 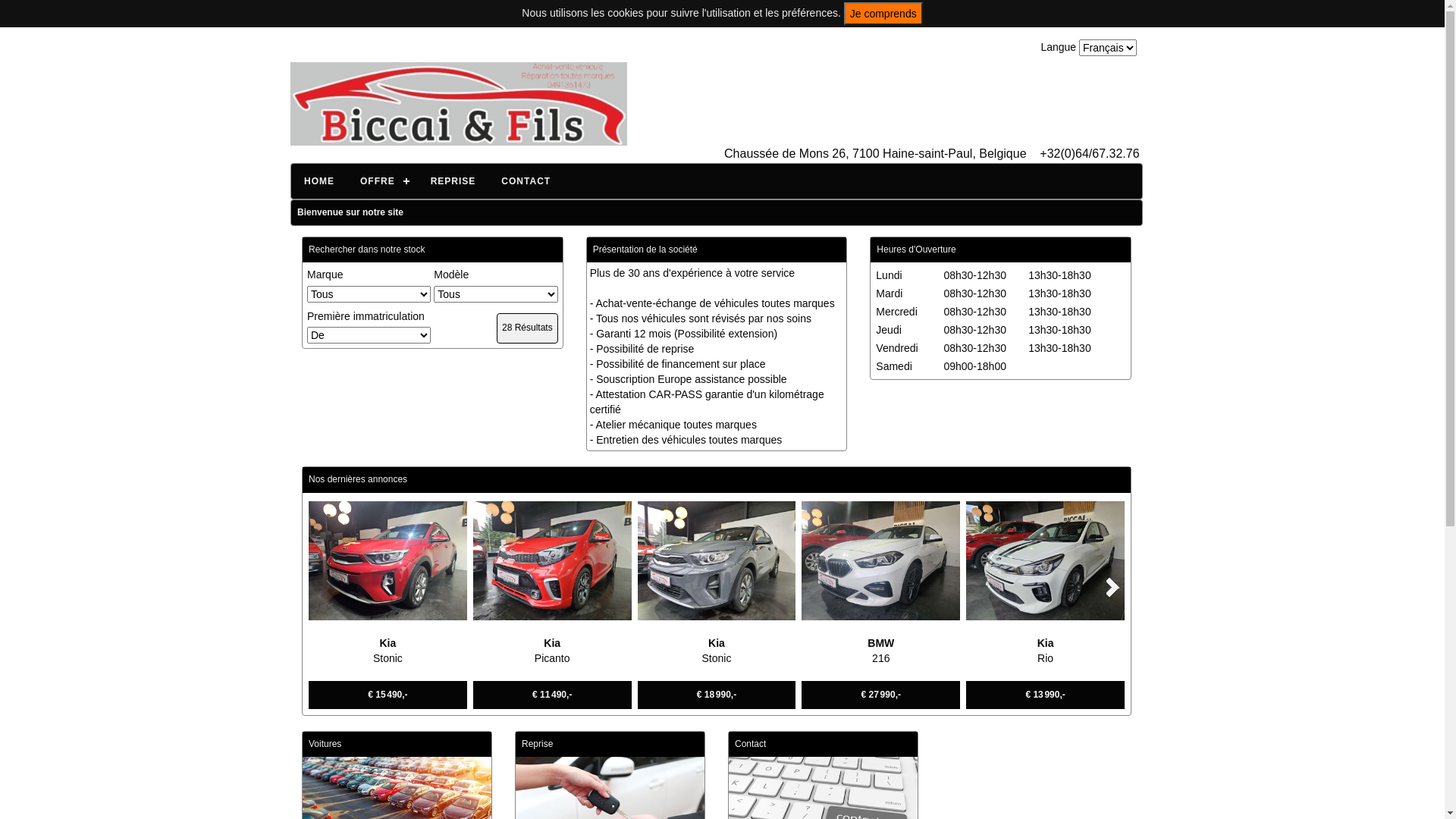 What do you see at coordinates (883, 14) in the screenshot?
I see `'Je comprends'` at bounding box center [883, 14].